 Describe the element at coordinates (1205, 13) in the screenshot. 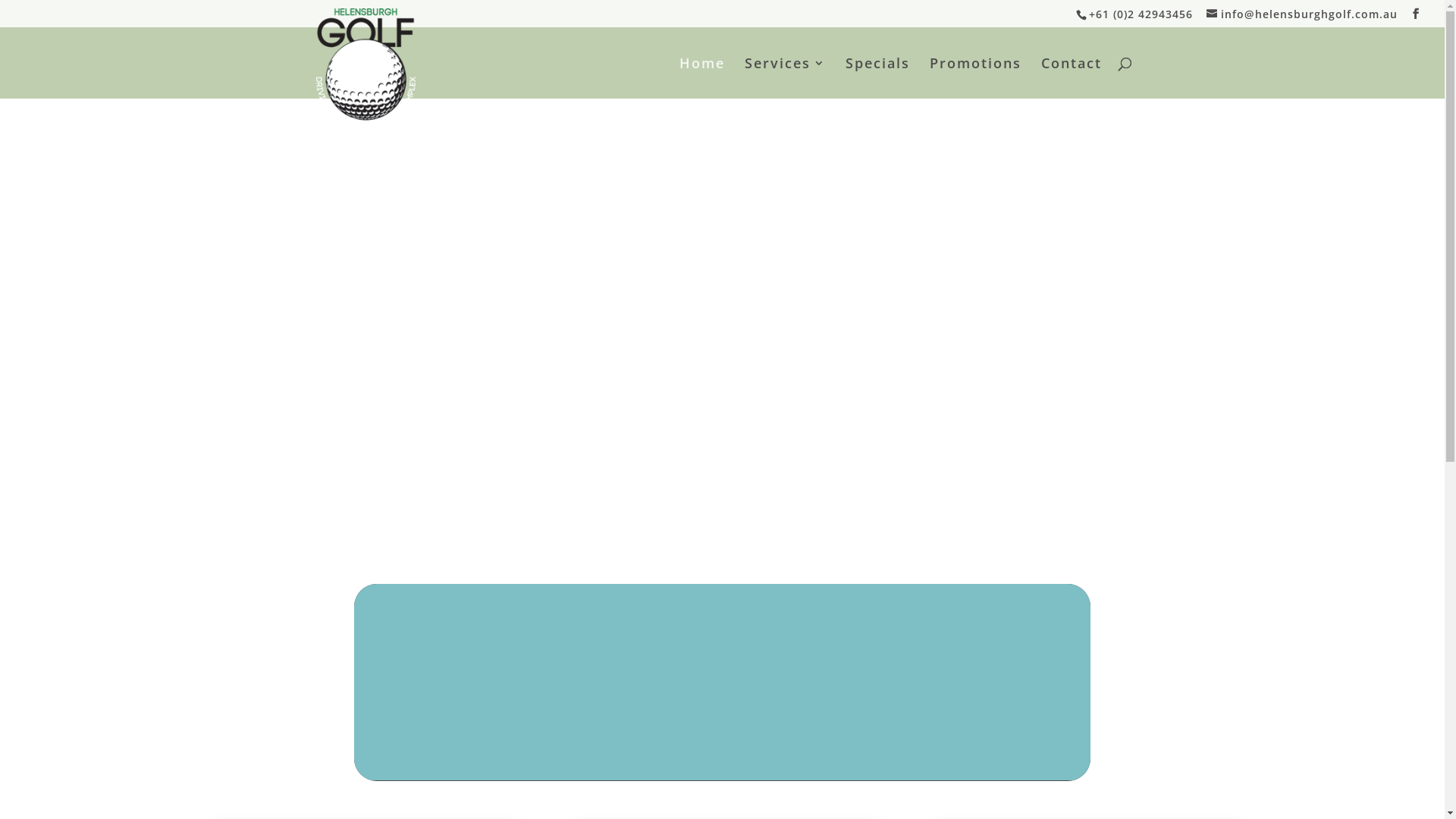

I see `'info@helensburghgolf.com.au'` at that location.